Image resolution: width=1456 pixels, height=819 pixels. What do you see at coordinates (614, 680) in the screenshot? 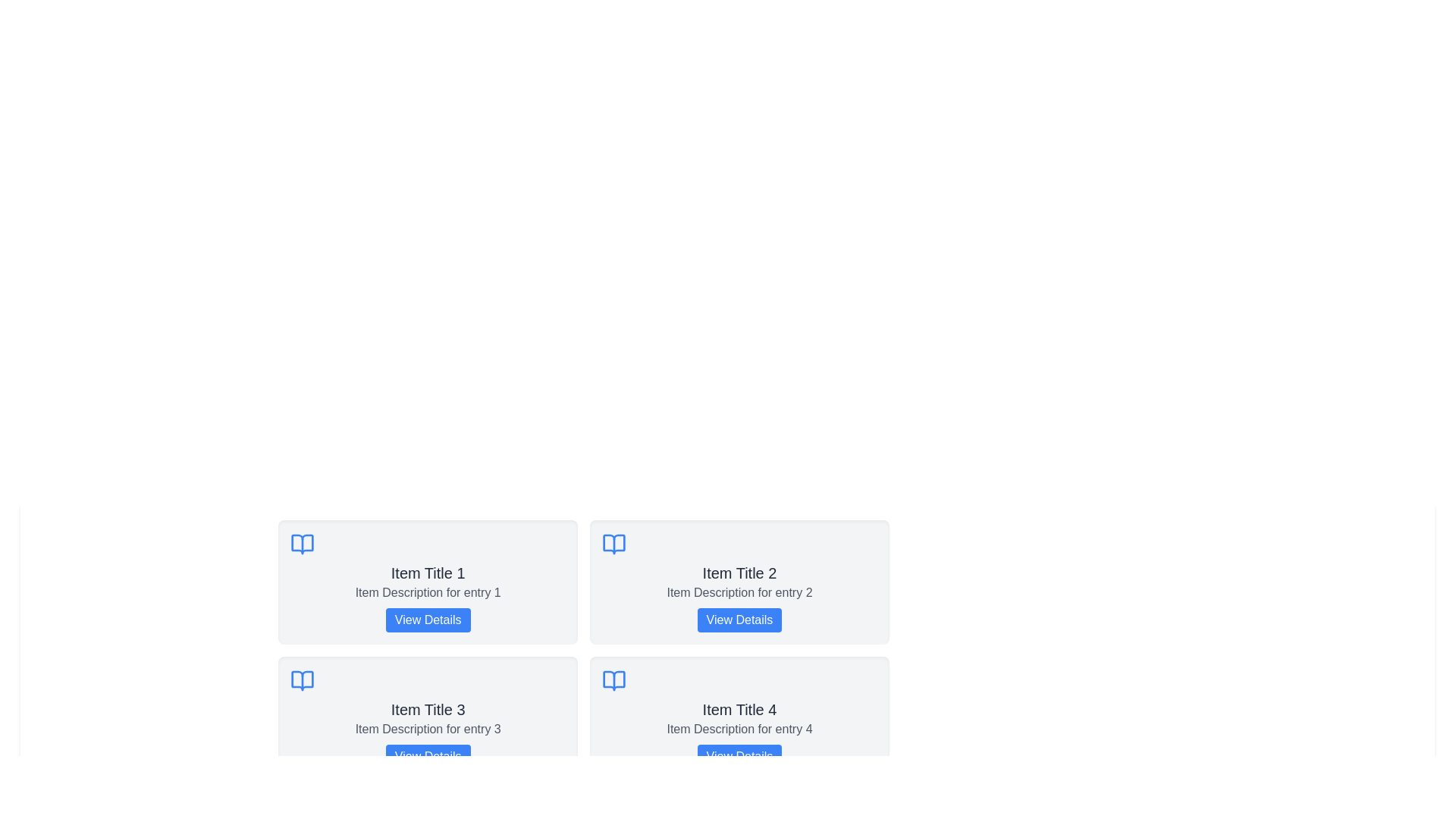
I see `the icon representing 'Item Title 4' in the grid layout, which serves to symbolize the category related to books or reading materials` at bounding box center [614, 680].